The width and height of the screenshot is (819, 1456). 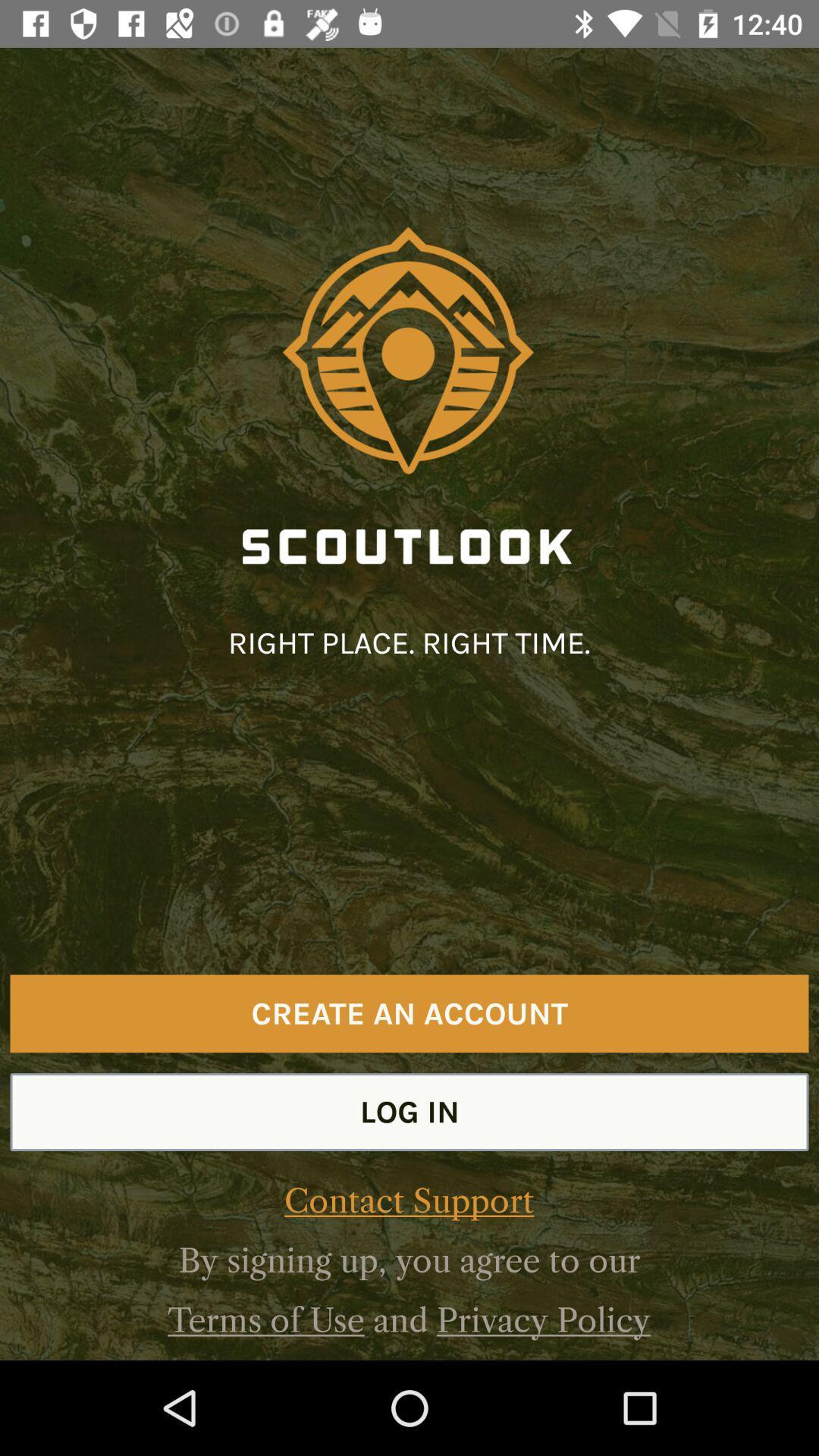 What do you see at coordinates (543, 1319) in the screenshot?
I see `privacy policy item` at bounding box center [543, 1319].